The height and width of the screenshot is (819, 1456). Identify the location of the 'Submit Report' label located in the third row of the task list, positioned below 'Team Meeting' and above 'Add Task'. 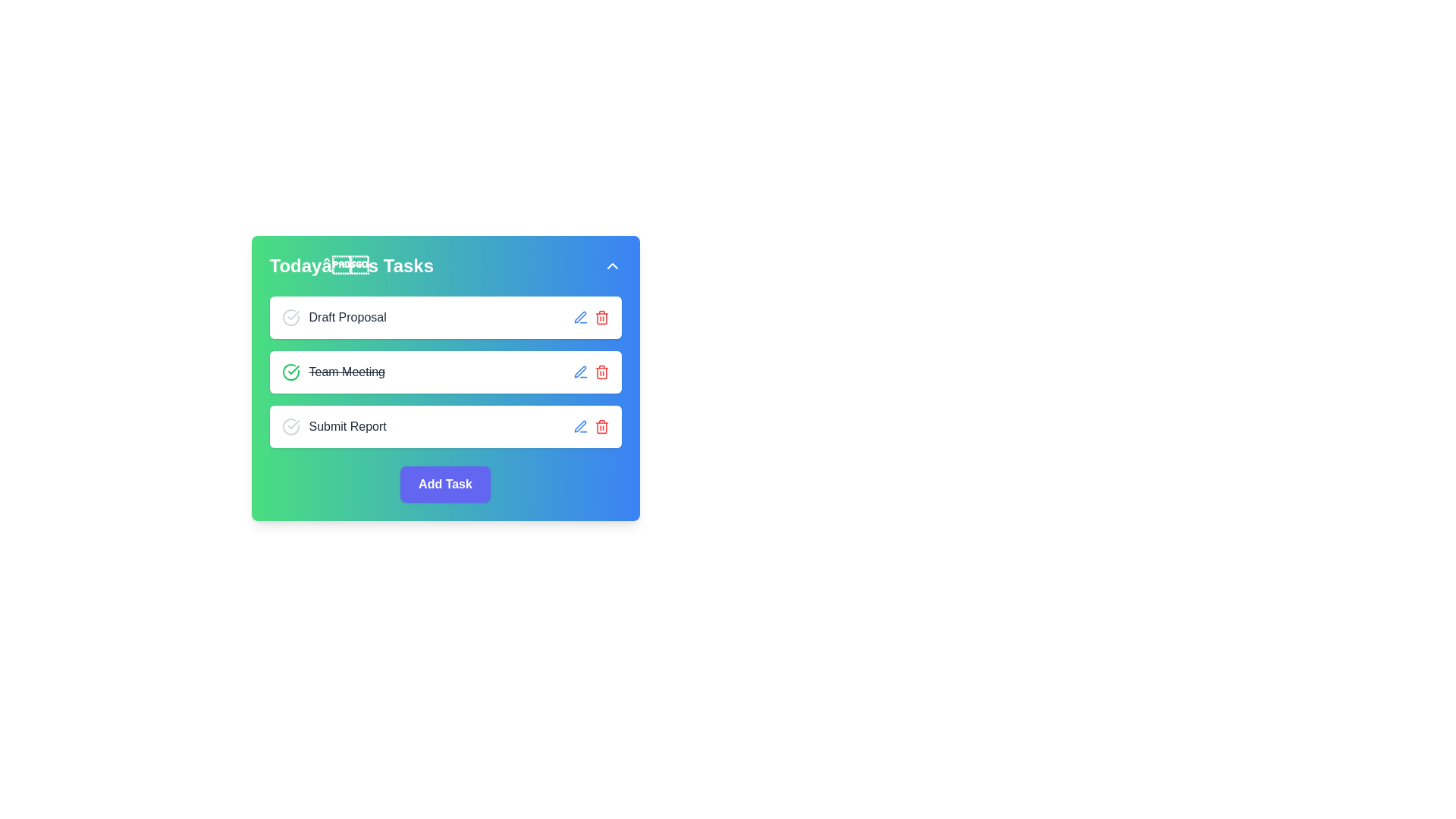
(333, 427).